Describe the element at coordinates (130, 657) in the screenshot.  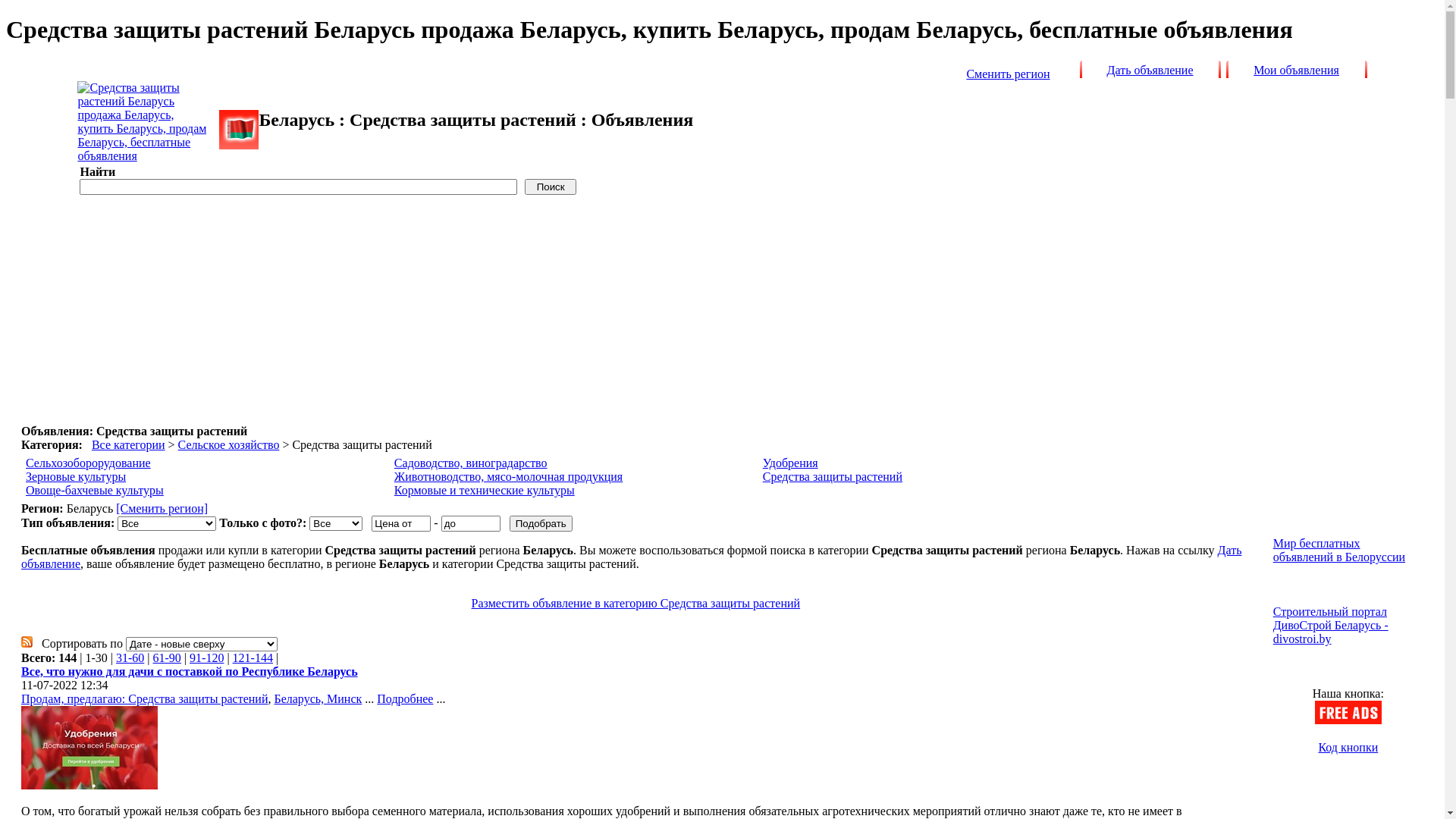
I see `'31-60'` at that location.